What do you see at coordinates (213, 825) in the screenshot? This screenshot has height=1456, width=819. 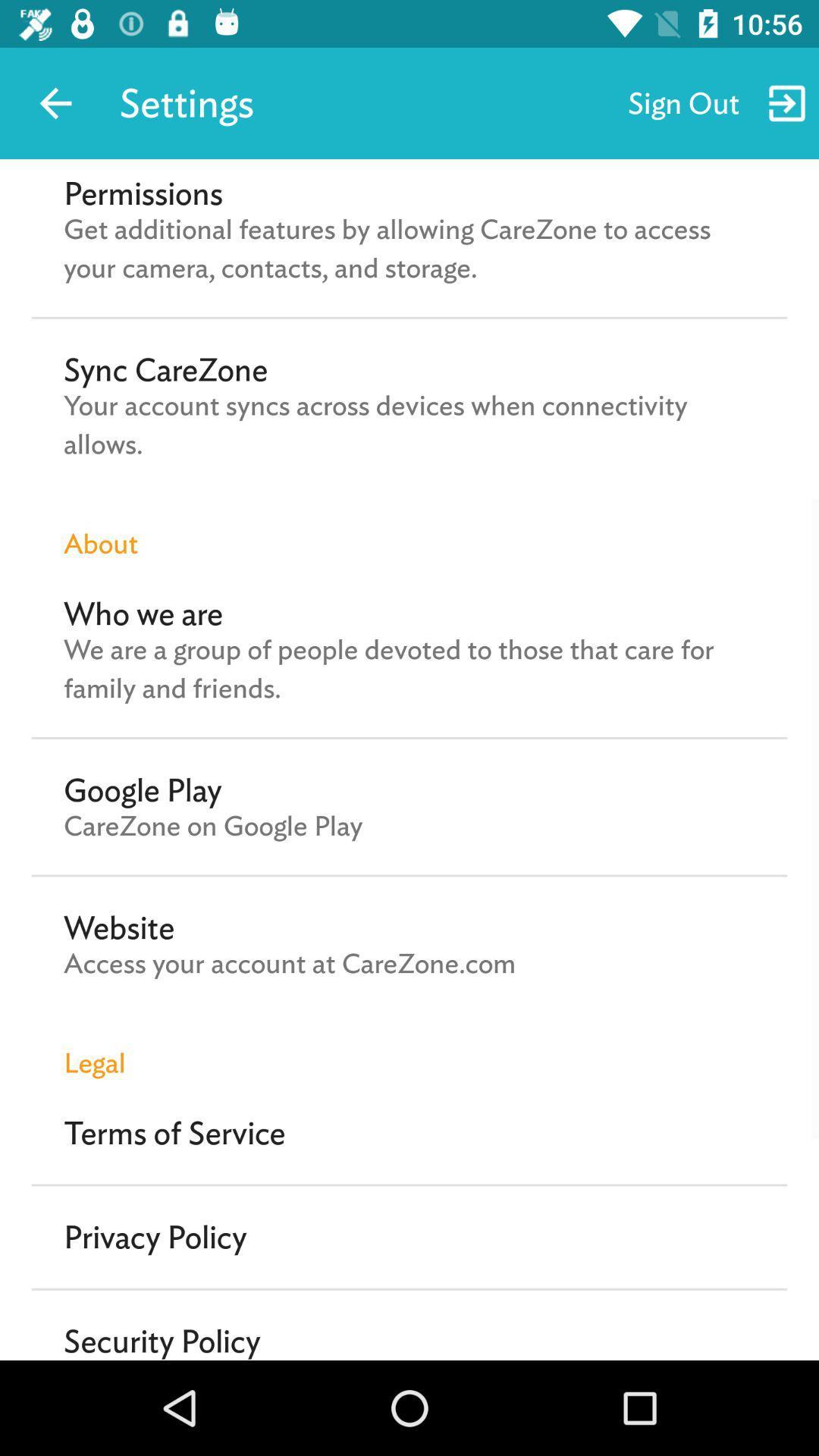 I see `the carezone on google icon` at bounding box center [213, 825].